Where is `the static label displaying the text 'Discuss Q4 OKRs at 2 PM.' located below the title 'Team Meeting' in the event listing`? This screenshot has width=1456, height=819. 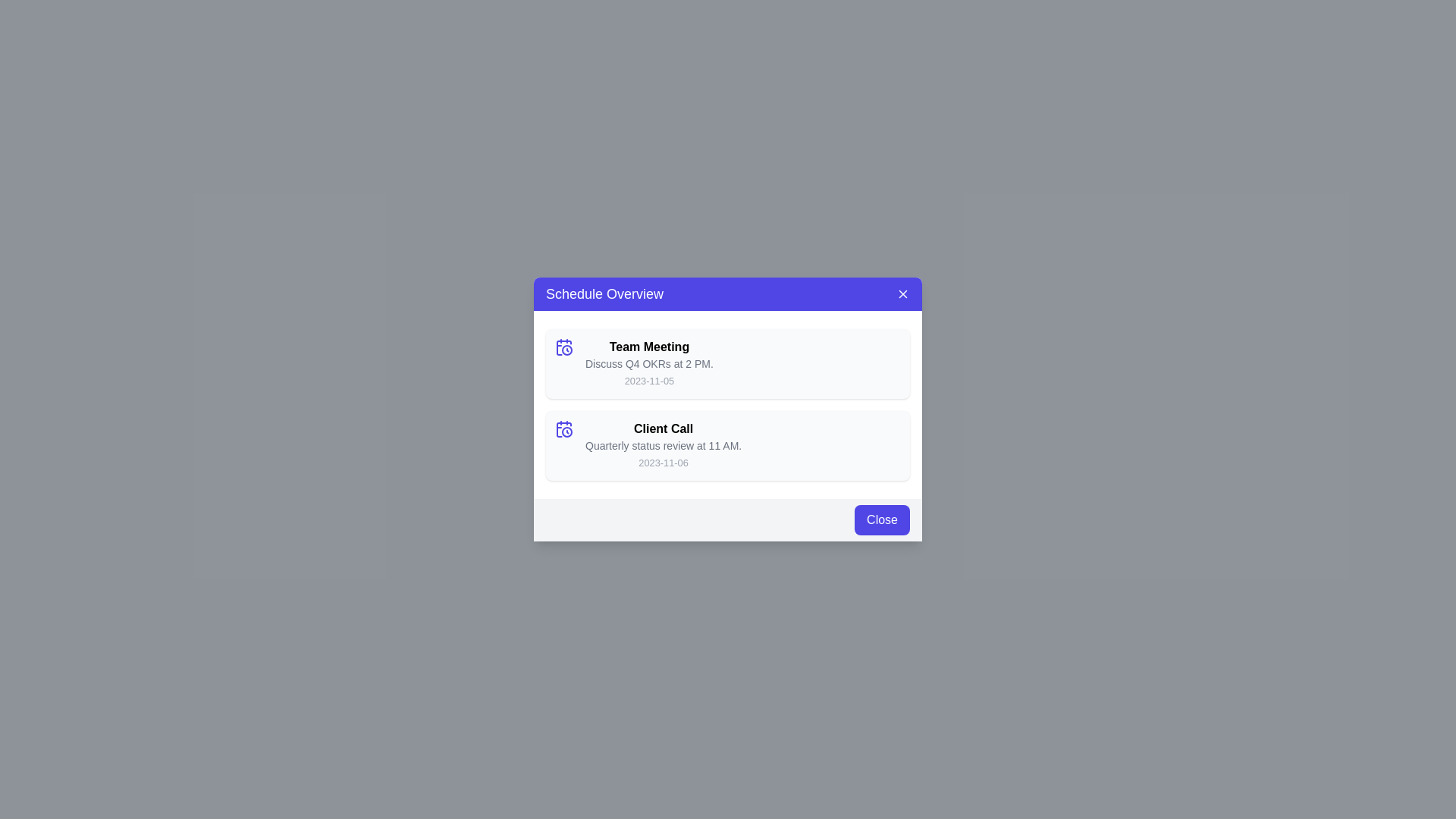
the static label displaying the text 'Discuss Q4 OKRs at 2 PM.' located below the title 'Team Meeting' in the event listing is located at coordinates (649, 363).